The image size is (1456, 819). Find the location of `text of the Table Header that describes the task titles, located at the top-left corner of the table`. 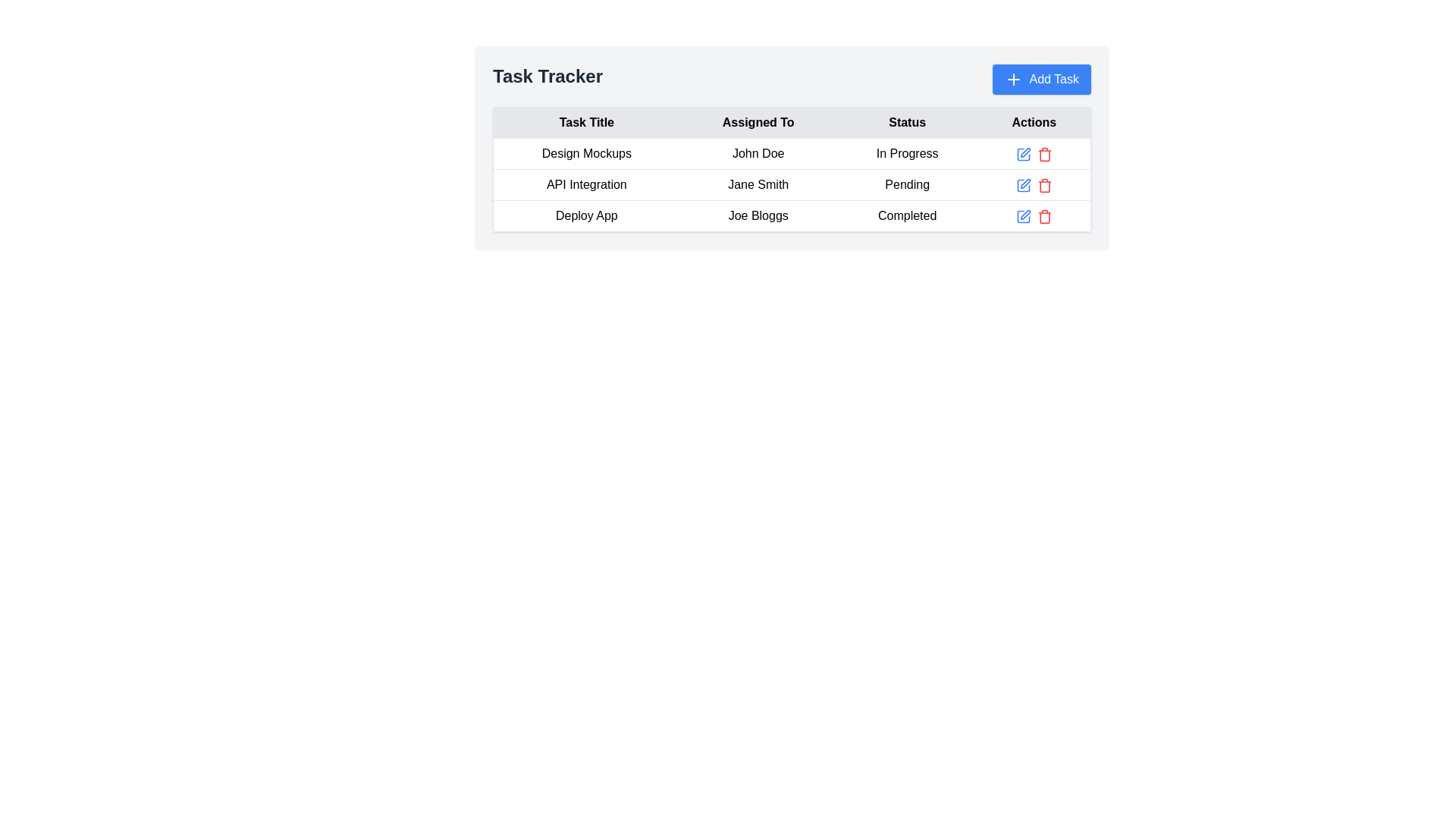

text of the Table Header that describes the task titles, located at the top-left corner of the table is located at coordinates (585, 122).